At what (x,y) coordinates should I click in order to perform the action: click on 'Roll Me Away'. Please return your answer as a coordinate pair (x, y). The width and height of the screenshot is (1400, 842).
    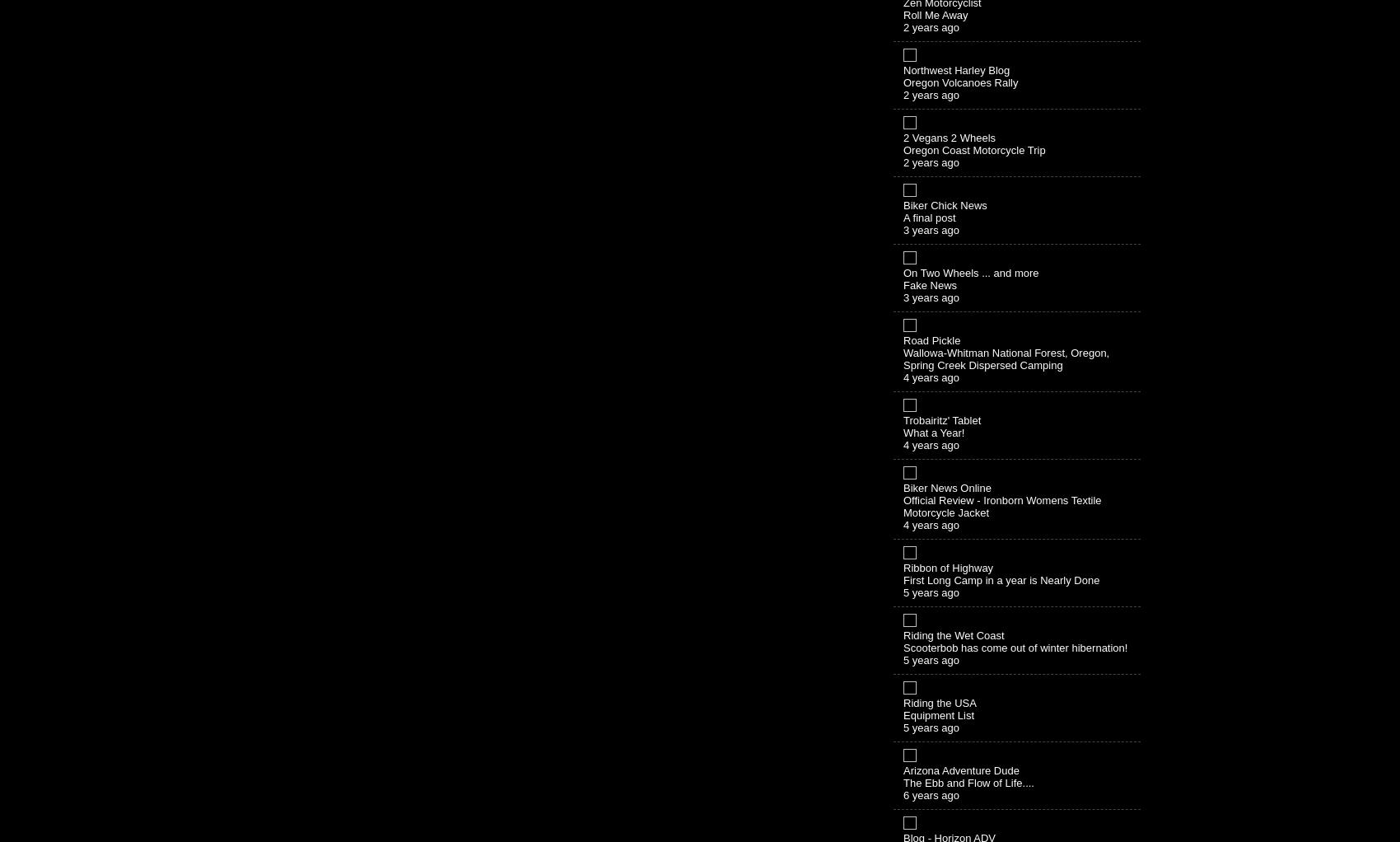
    Looking at the image, I should click on (903, 13).